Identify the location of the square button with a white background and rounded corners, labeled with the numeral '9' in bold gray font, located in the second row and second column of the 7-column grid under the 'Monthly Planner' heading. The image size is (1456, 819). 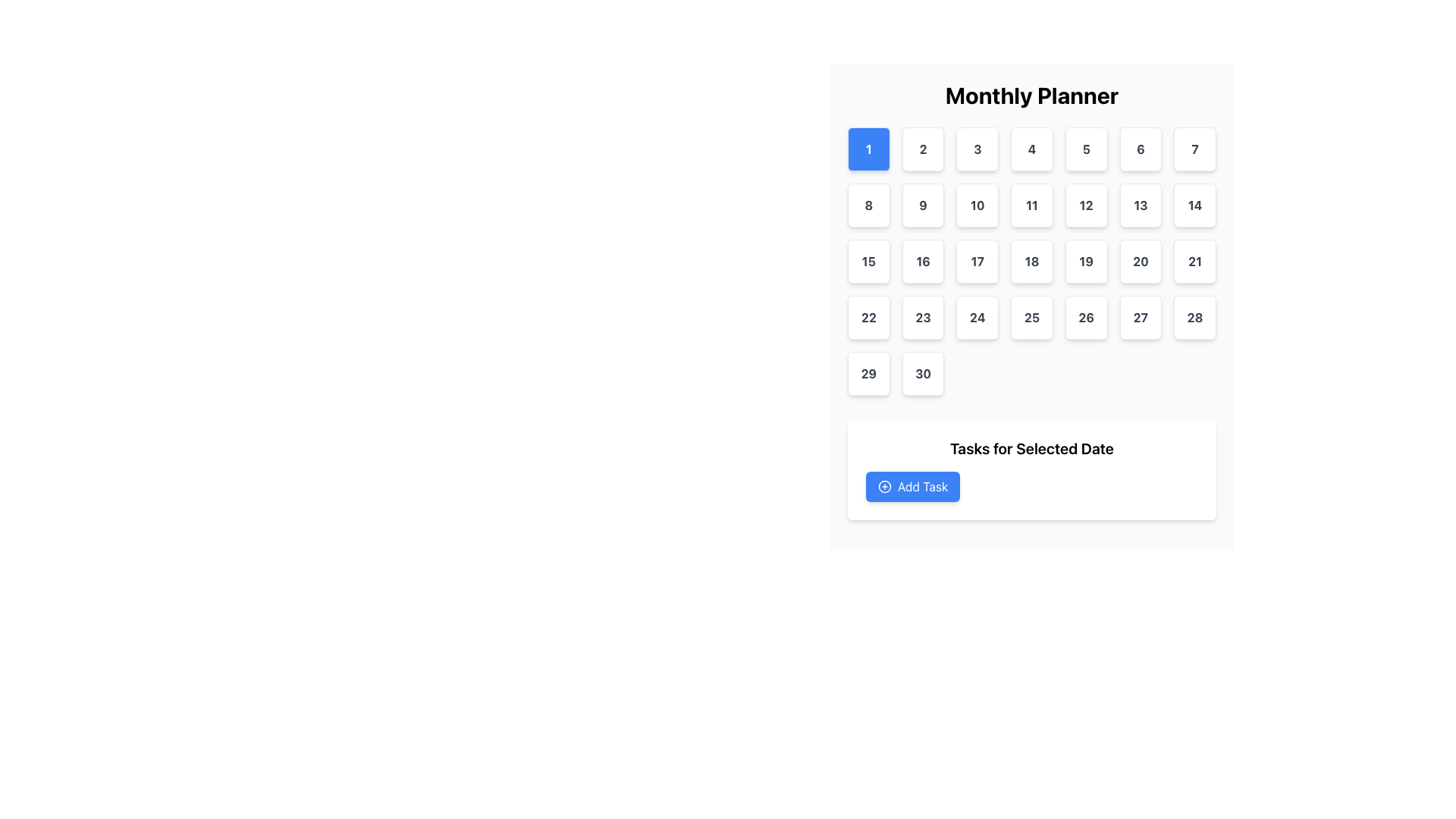
(922, 205).